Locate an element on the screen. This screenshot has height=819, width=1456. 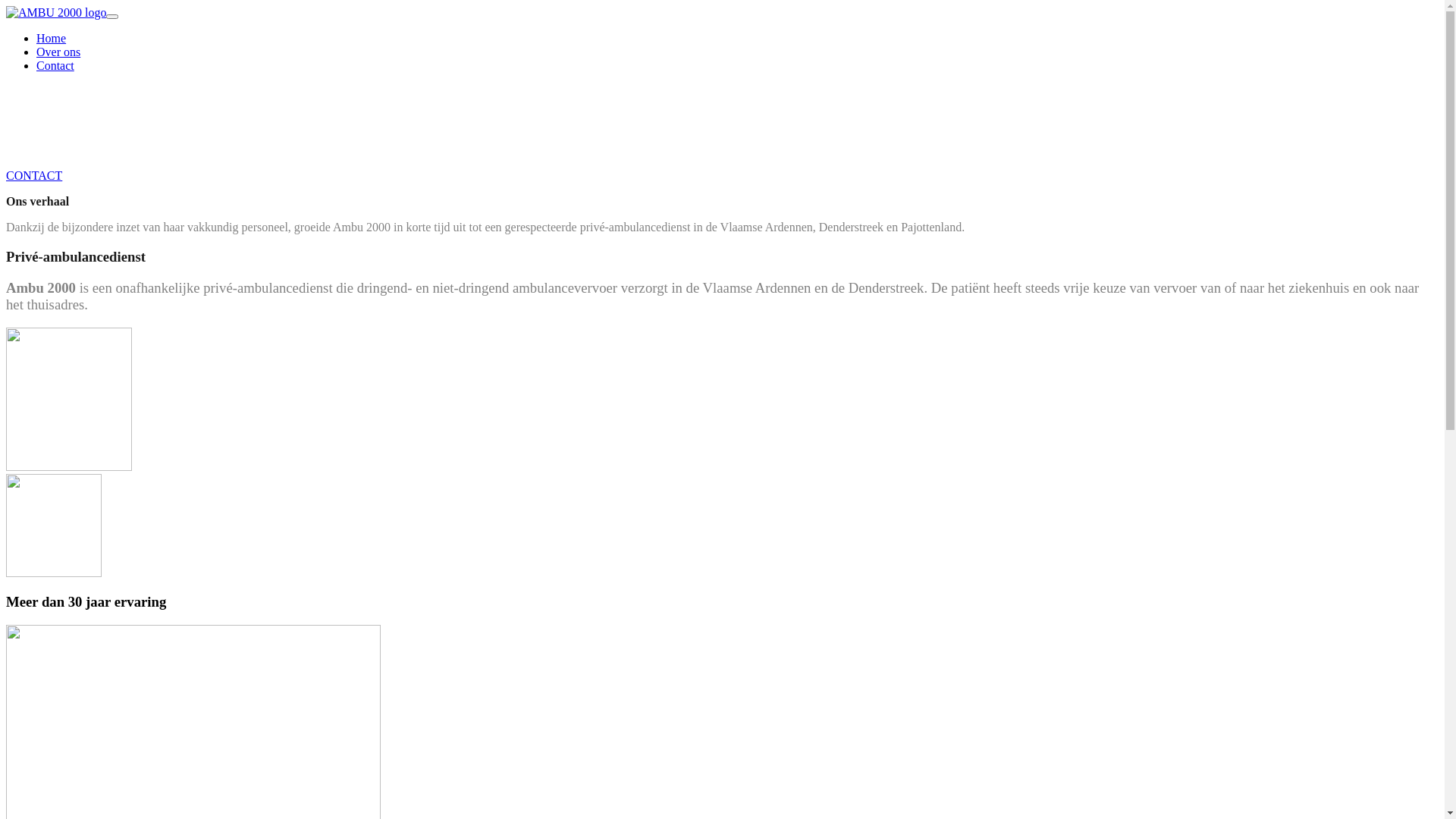
'Menu' is located at coordinates (111, 17).